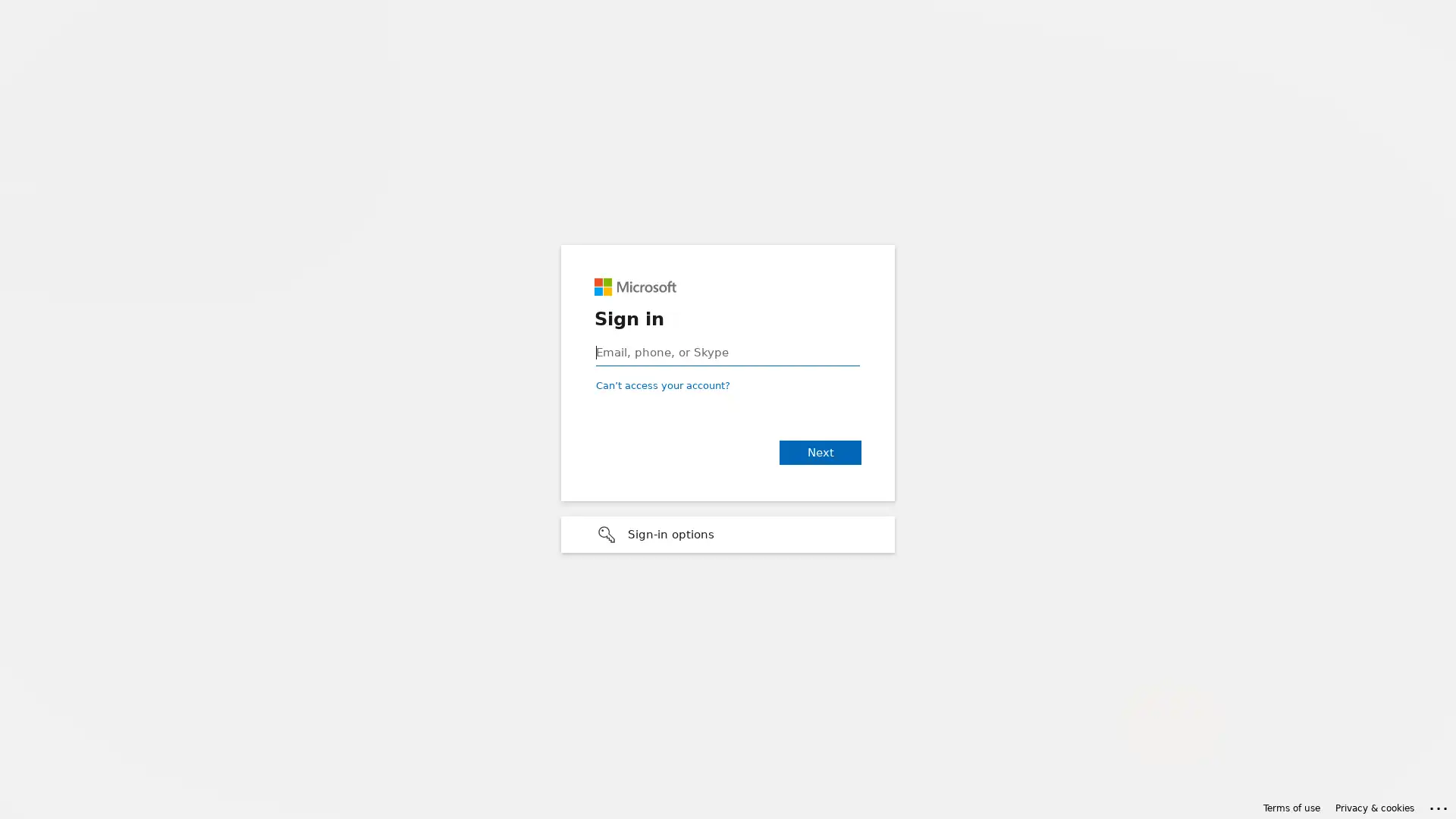  Describe the element at coordinates (819, 452) in the screenshot. I see `Next` at that location.